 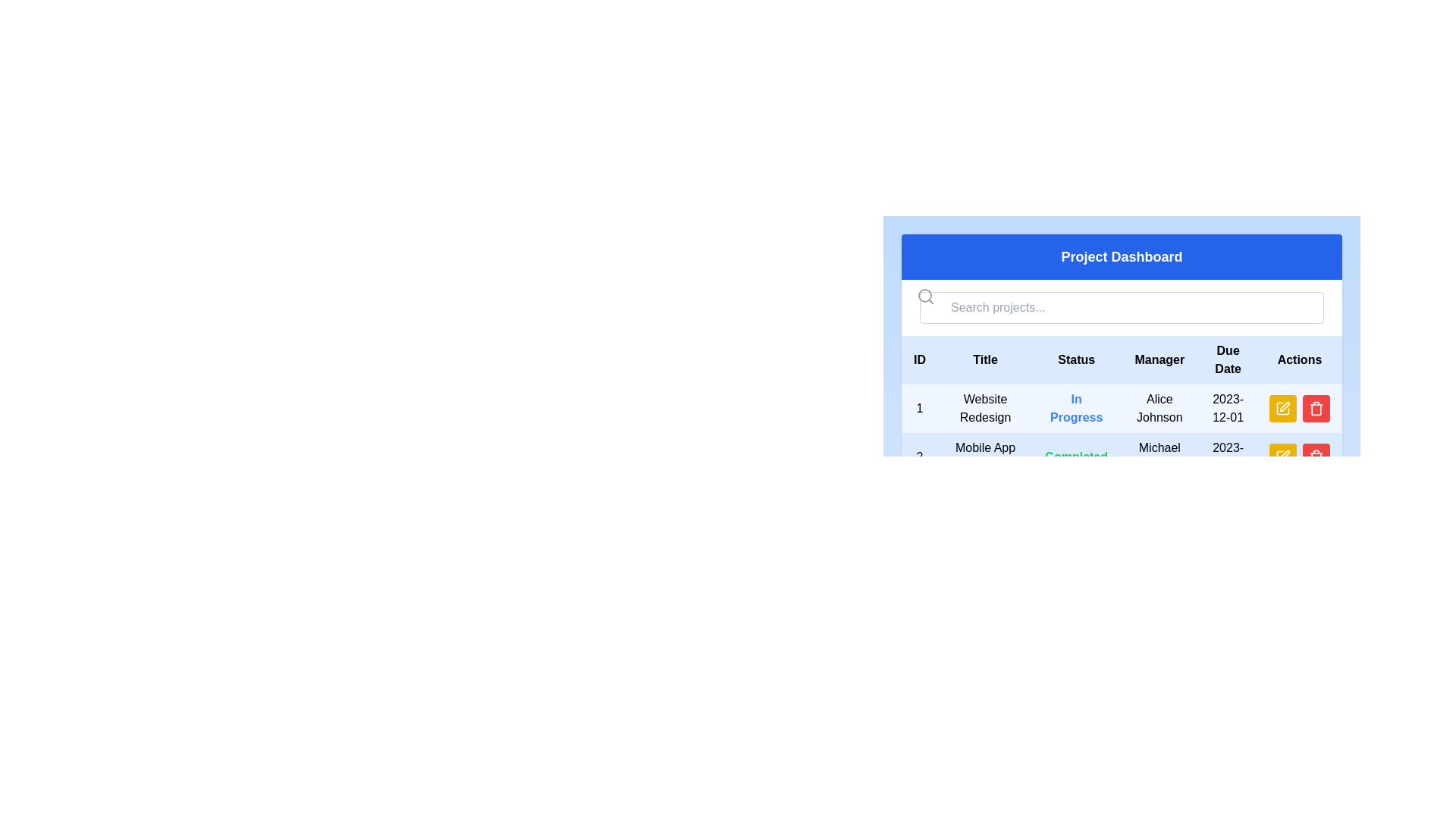 I want to click on the yellow pen icon located in the 'Actions' column of the second item in the project list, so click(x=1282, y=456).